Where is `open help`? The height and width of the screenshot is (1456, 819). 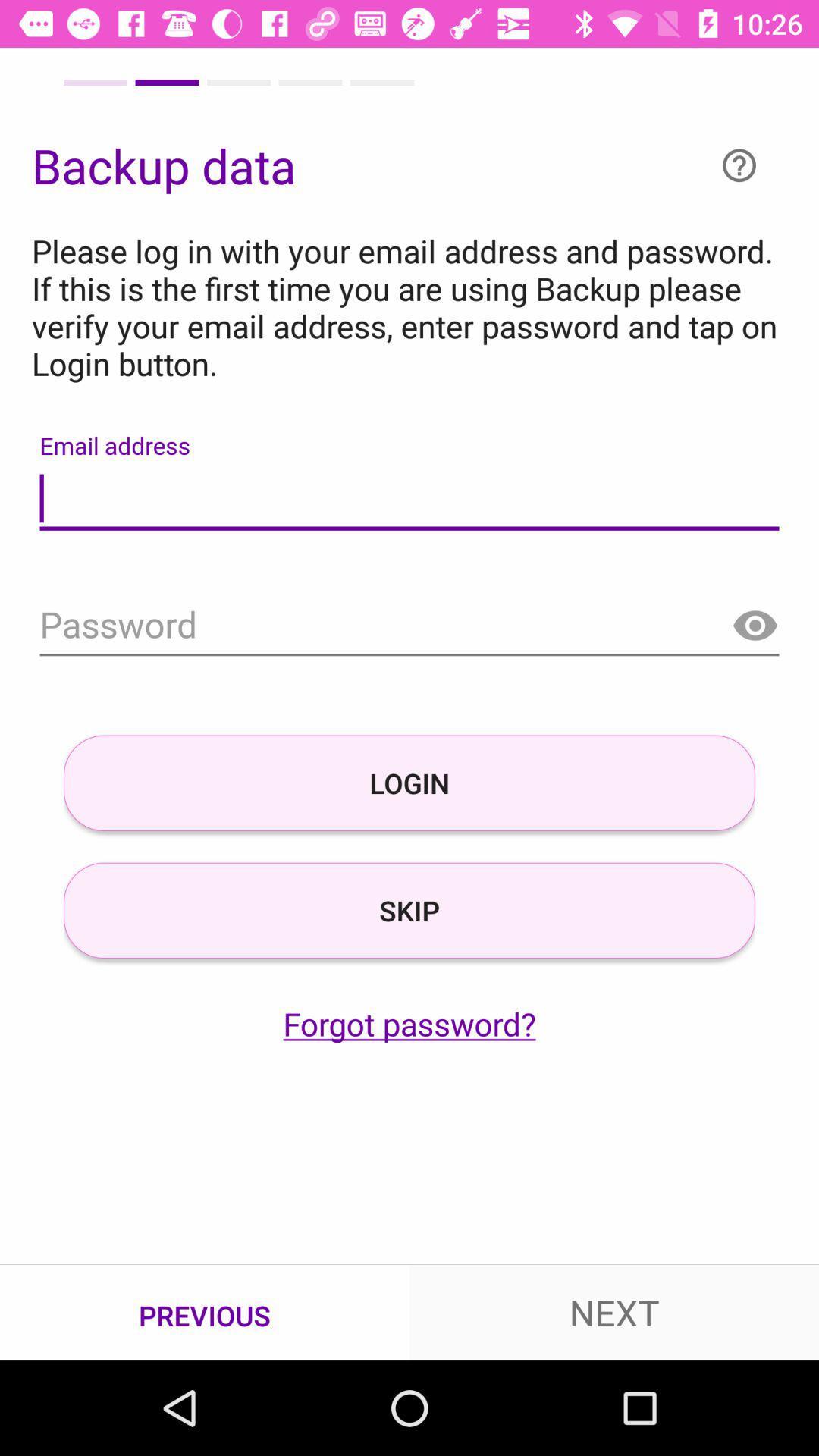
open help is located at coordinates (739, 165).